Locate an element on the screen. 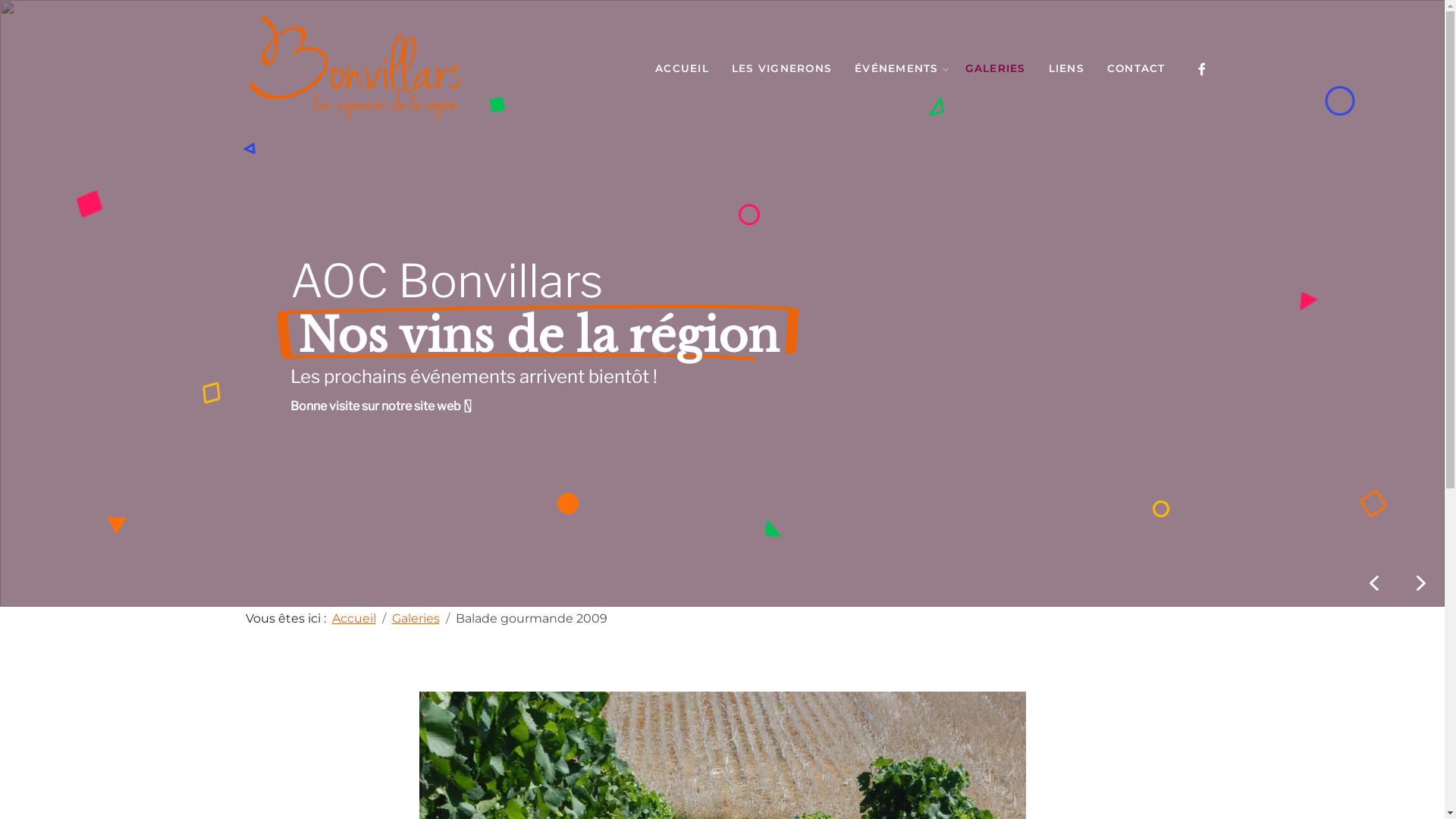  'Accueil' is located at coordinates (353, 618).